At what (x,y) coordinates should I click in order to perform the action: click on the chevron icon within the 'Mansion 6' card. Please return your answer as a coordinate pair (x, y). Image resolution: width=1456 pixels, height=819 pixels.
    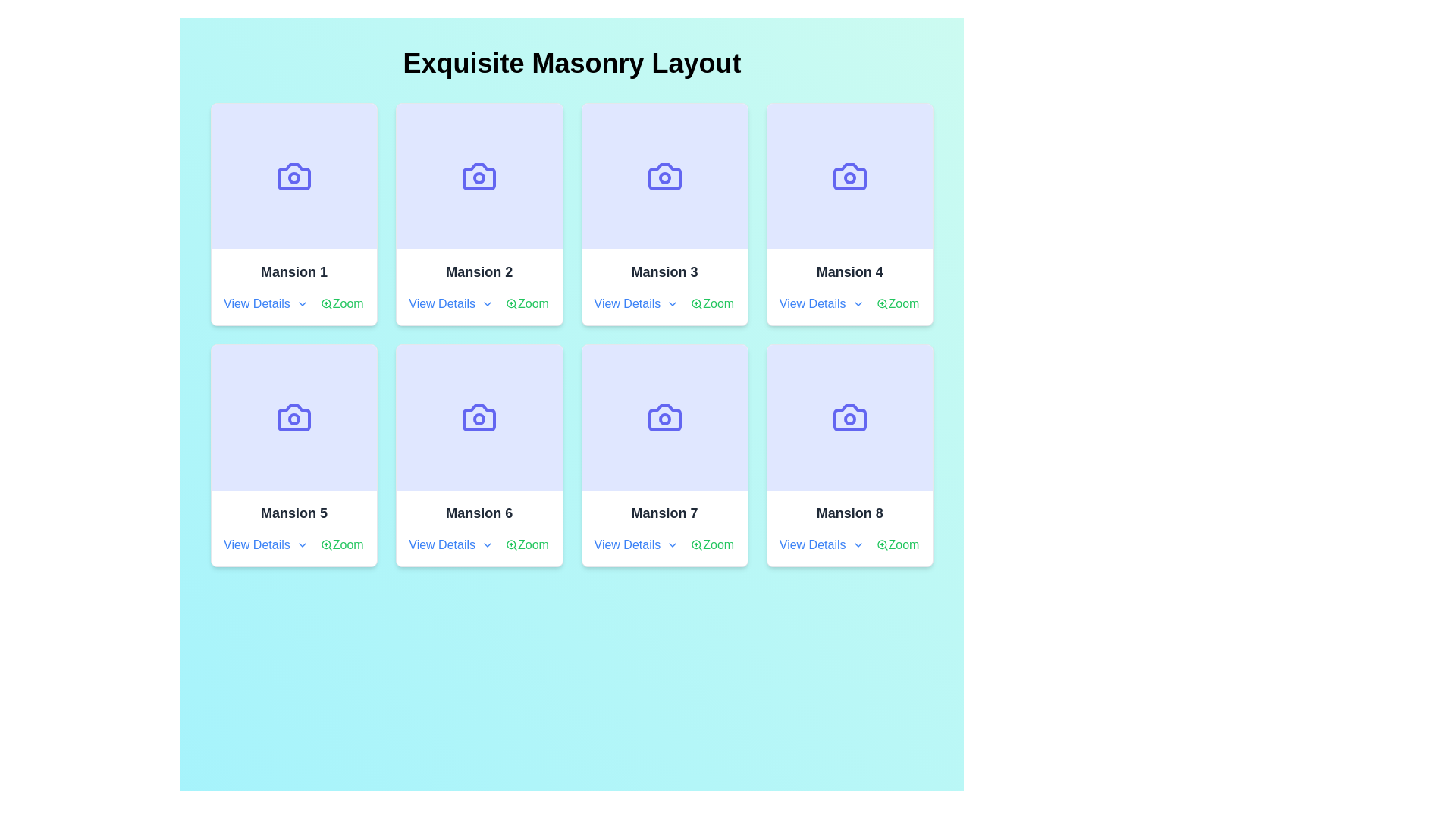
    Looking at the image, I should click on (479, 544).